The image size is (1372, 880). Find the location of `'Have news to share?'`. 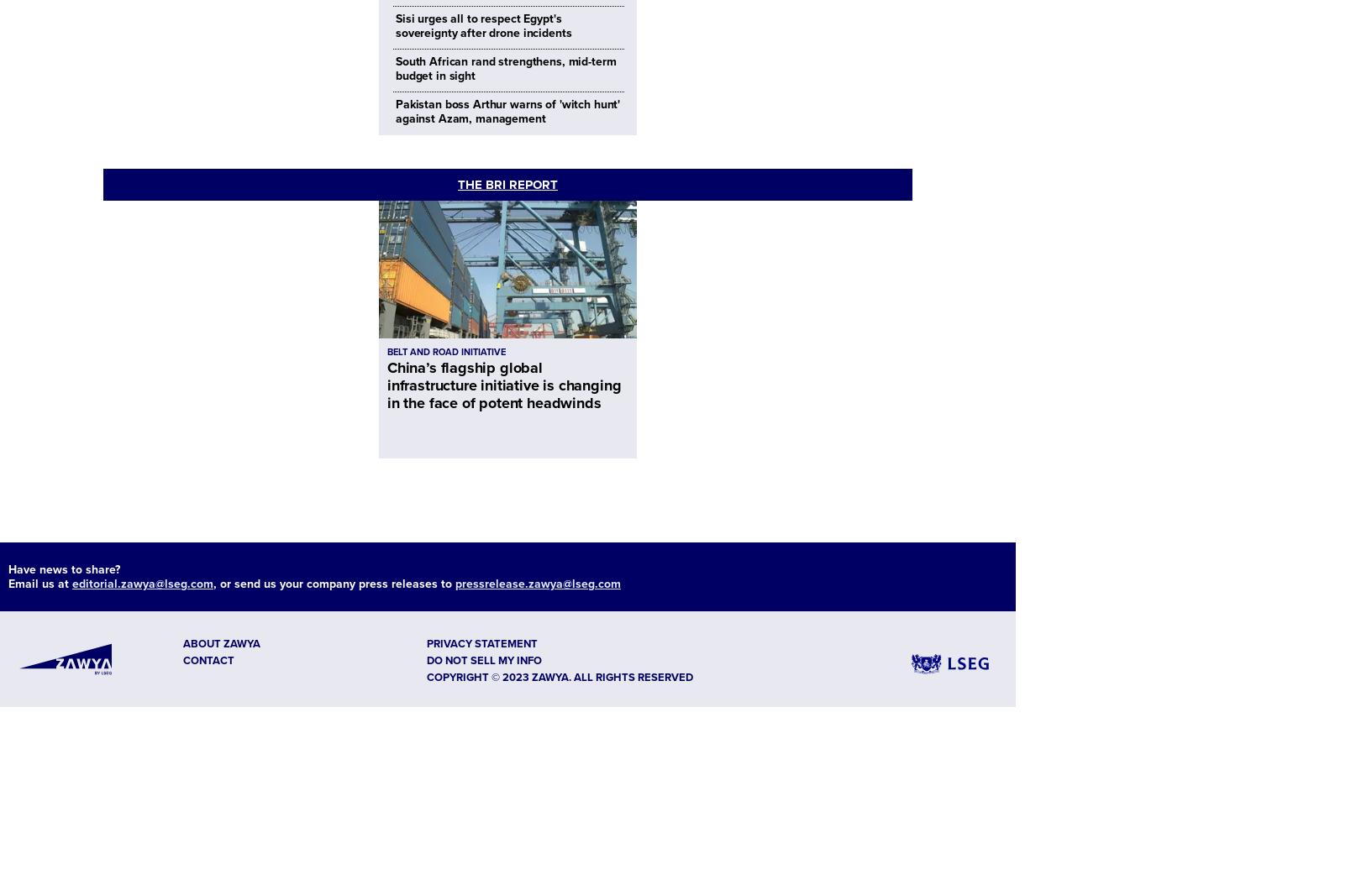

'Have news to share?' is located at coordinates (63, 568).